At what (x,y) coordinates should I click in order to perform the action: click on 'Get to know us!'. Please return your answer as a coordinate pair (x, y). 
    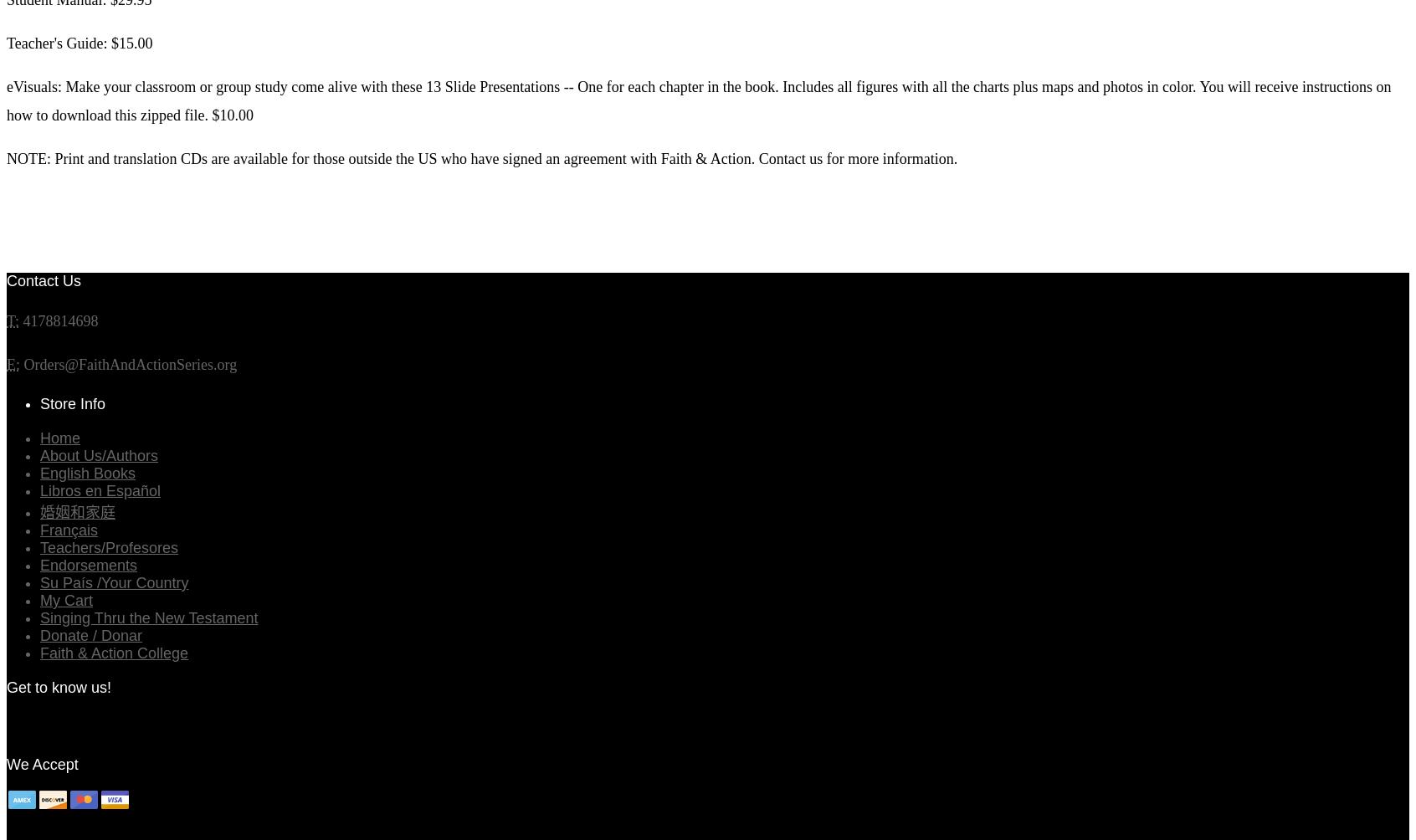
    Looking at the image, I should click on (58, 686).